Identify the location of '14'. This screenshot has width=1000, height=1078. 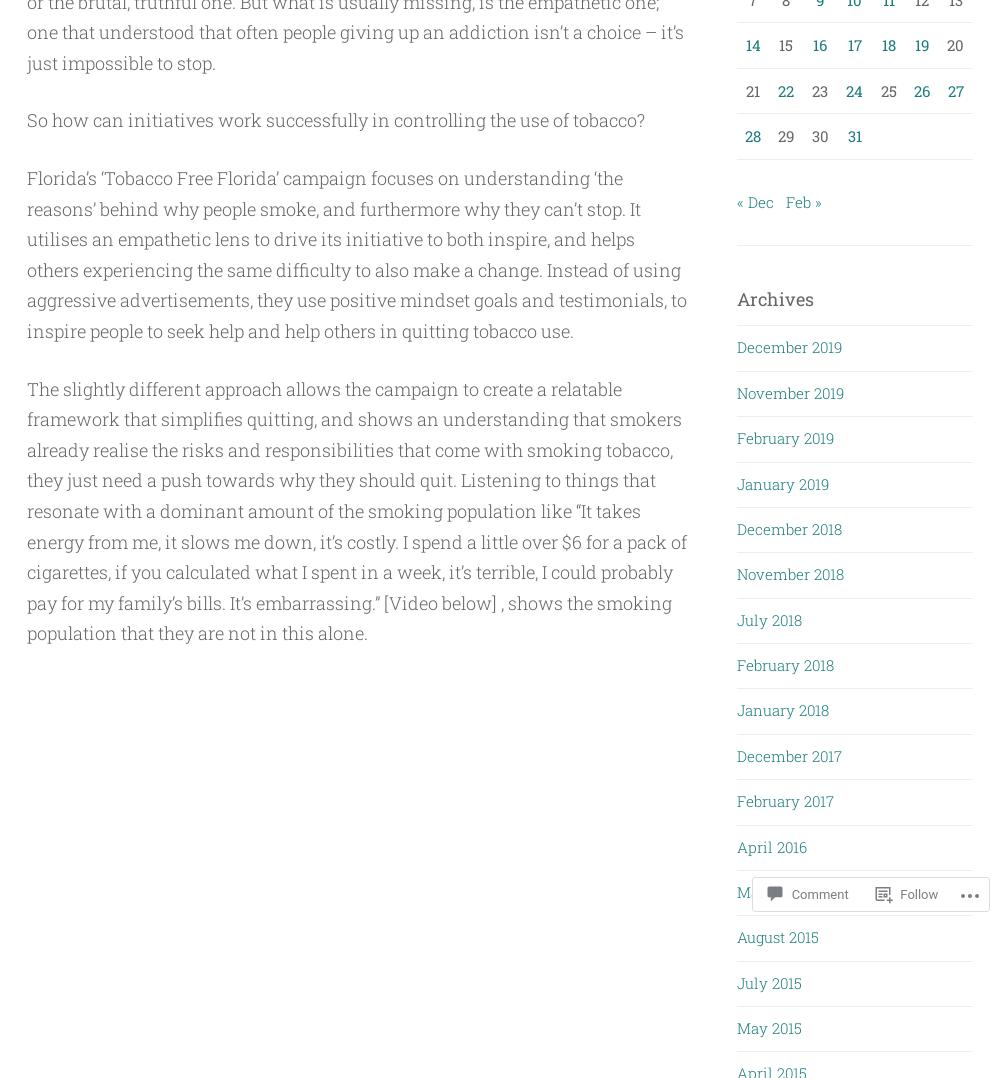
(752, 44).